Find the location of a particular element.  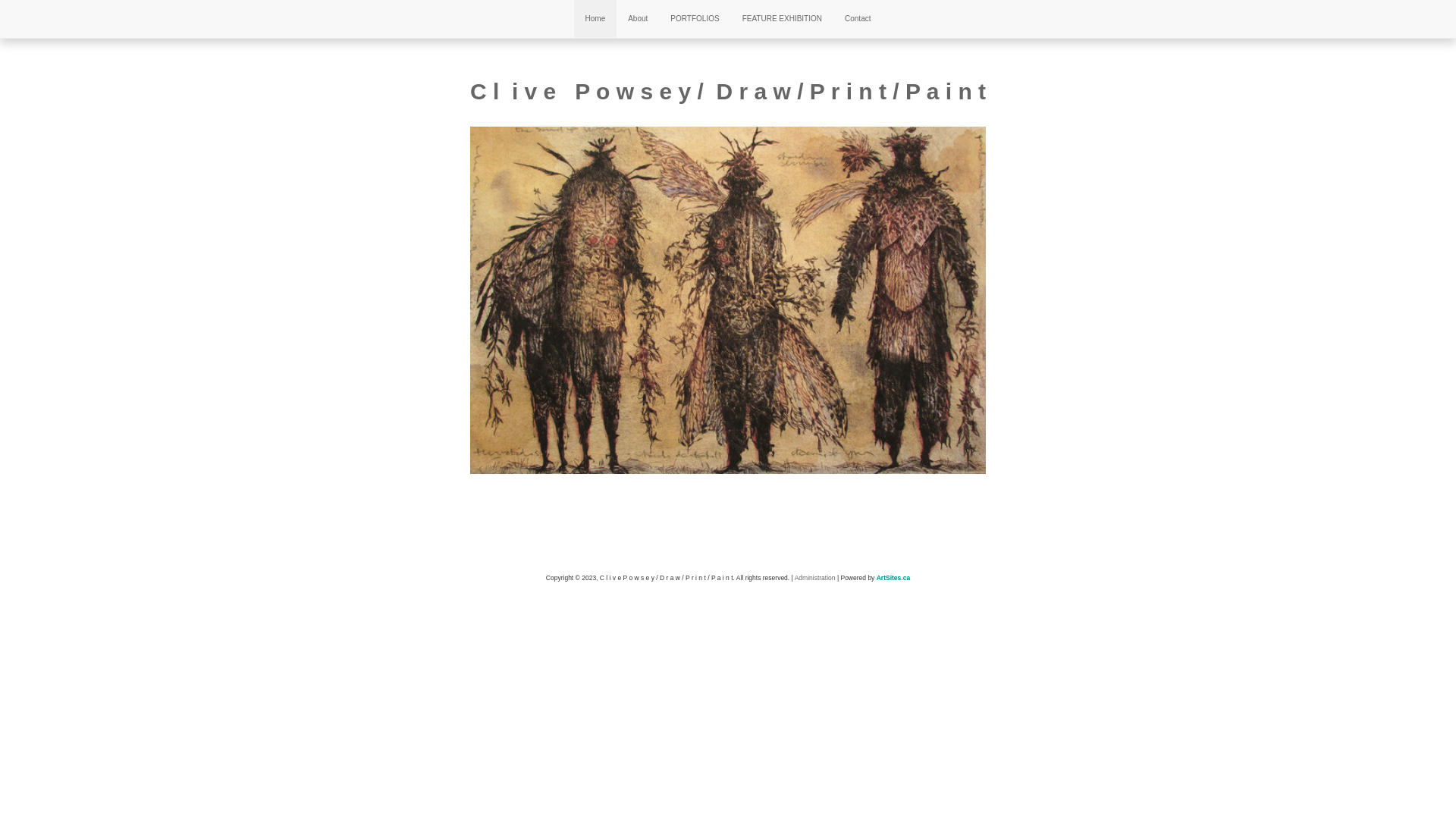

'PORTFOLIOS' is located at coordinates (694, 18).